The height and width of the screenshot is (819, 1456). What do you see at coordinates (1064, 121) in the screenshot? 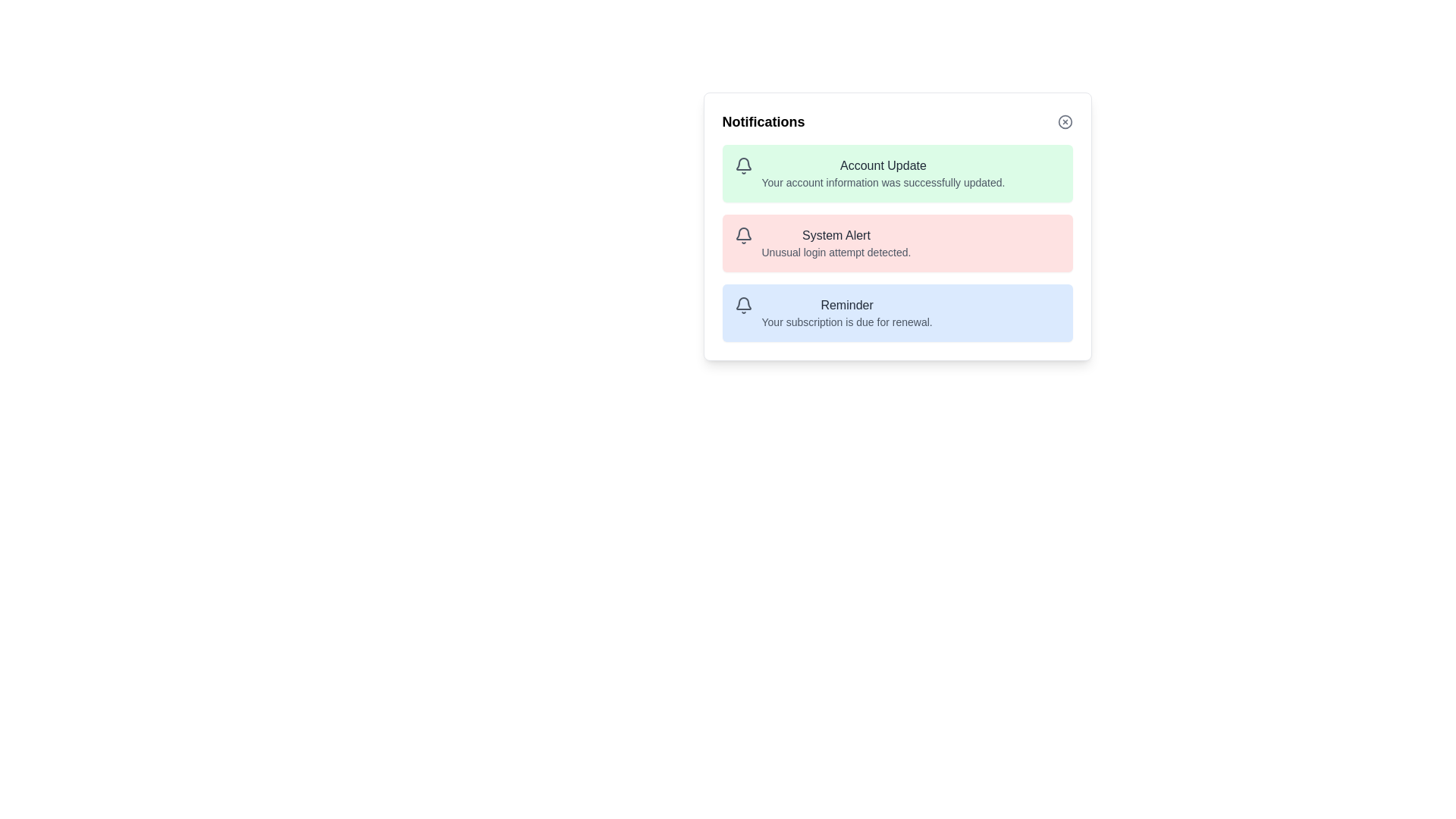
I see `the small circular SVG element located at the top-right corner of the notification card` at bounding box center [1064, 121].